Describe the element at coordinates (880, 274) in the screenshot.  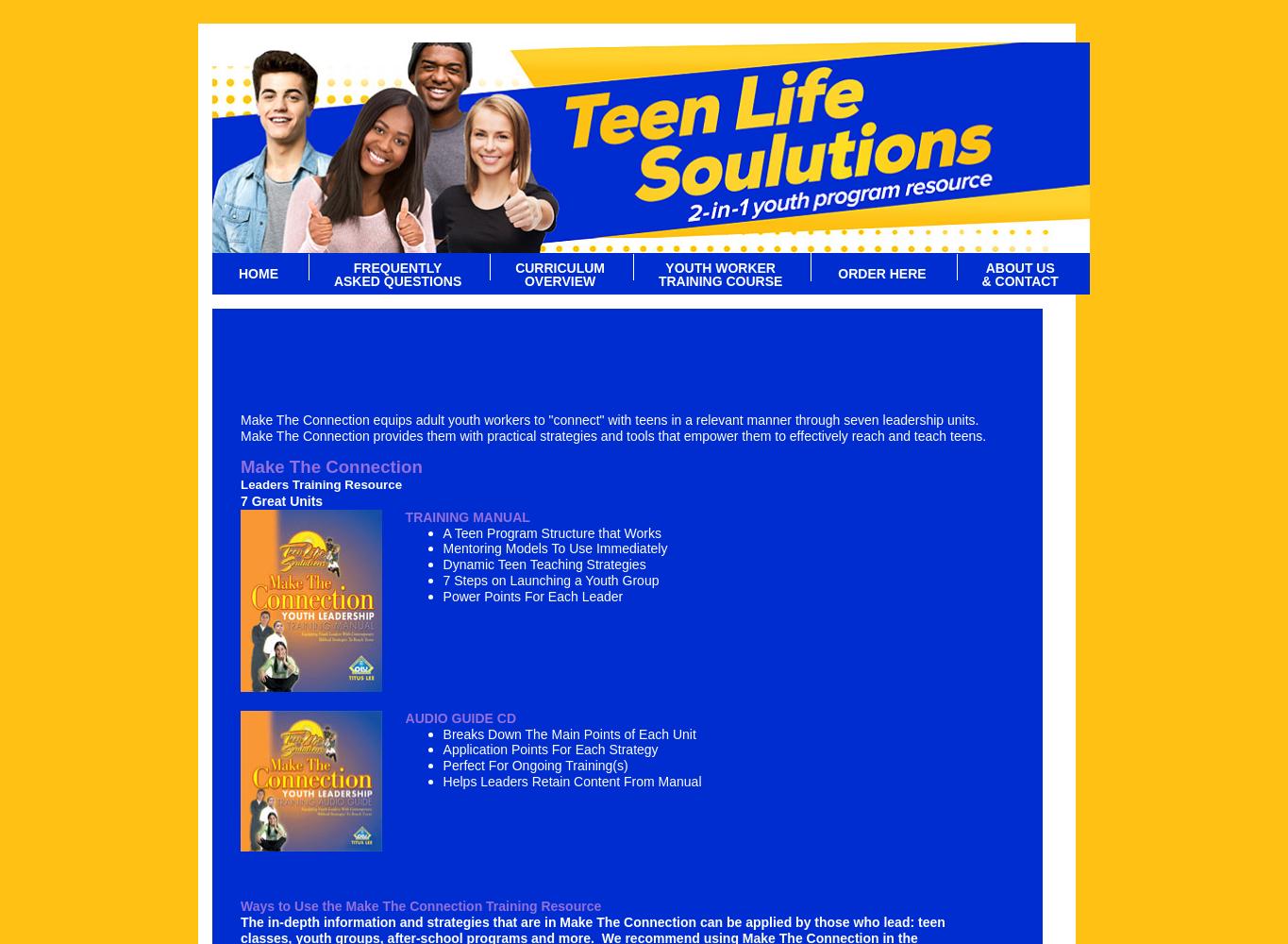
I see `'Order Here'` at that location.